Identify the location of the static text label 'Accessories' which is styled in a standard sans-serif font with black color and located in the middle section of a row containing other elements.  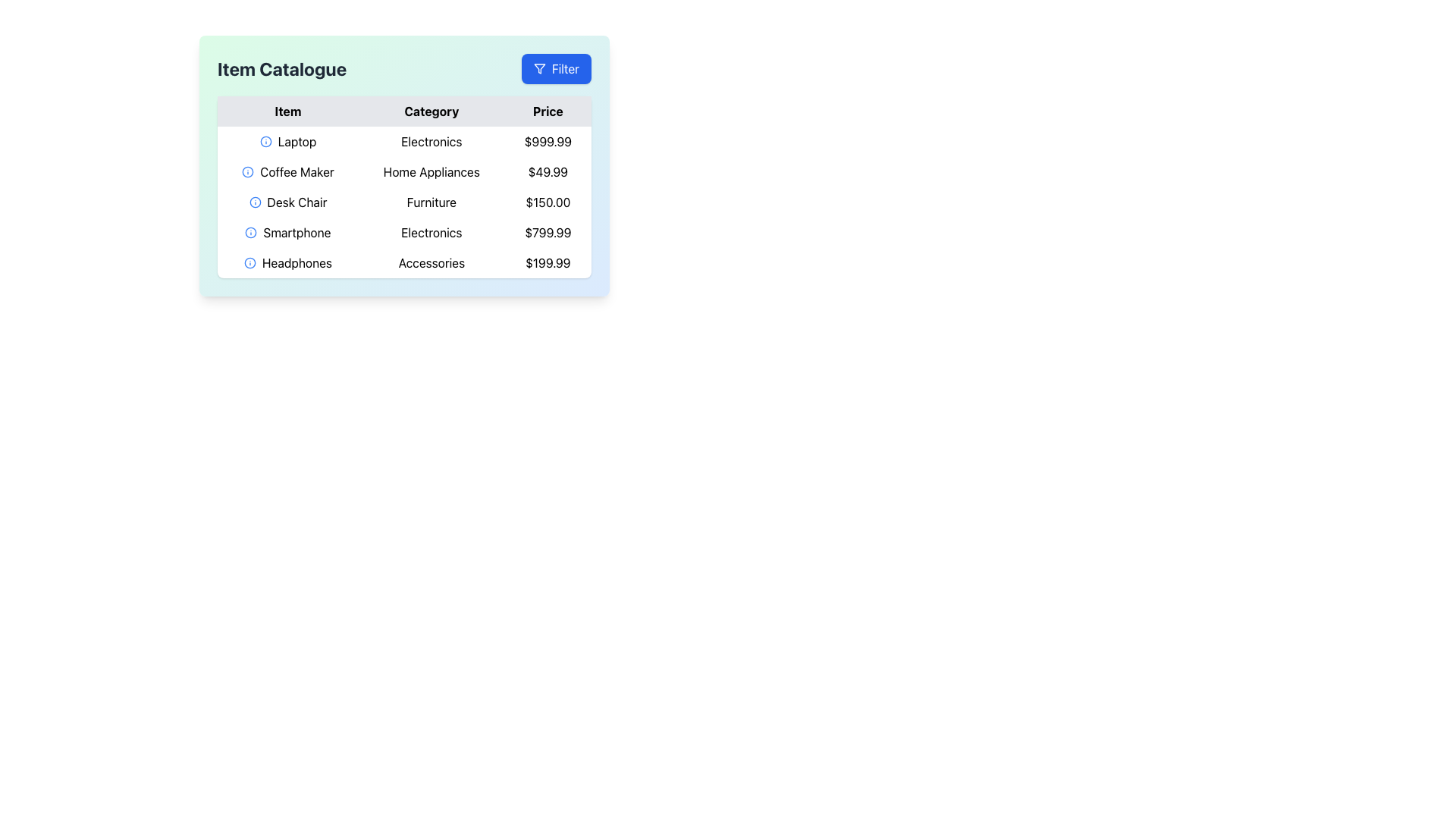
(431, 262).